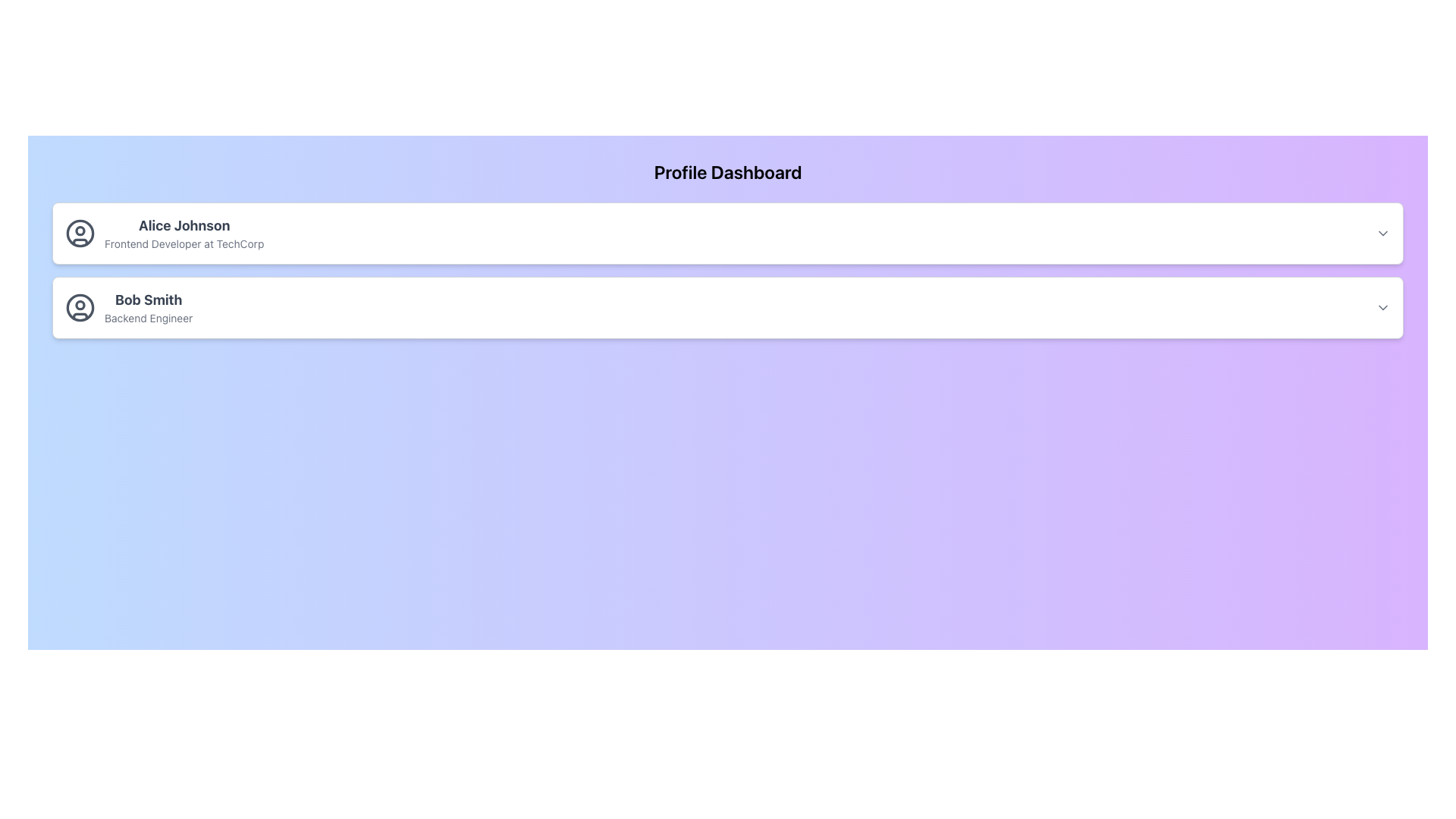 The height and width of the screenshot is (819, 1456). Describe the element at coordinates (149, 318) in the screenshot. I see `the text label that contains 'Backend Engineer' for accessibility tools, positioned beneath 'Bob Smith' in the profile card` at that location.